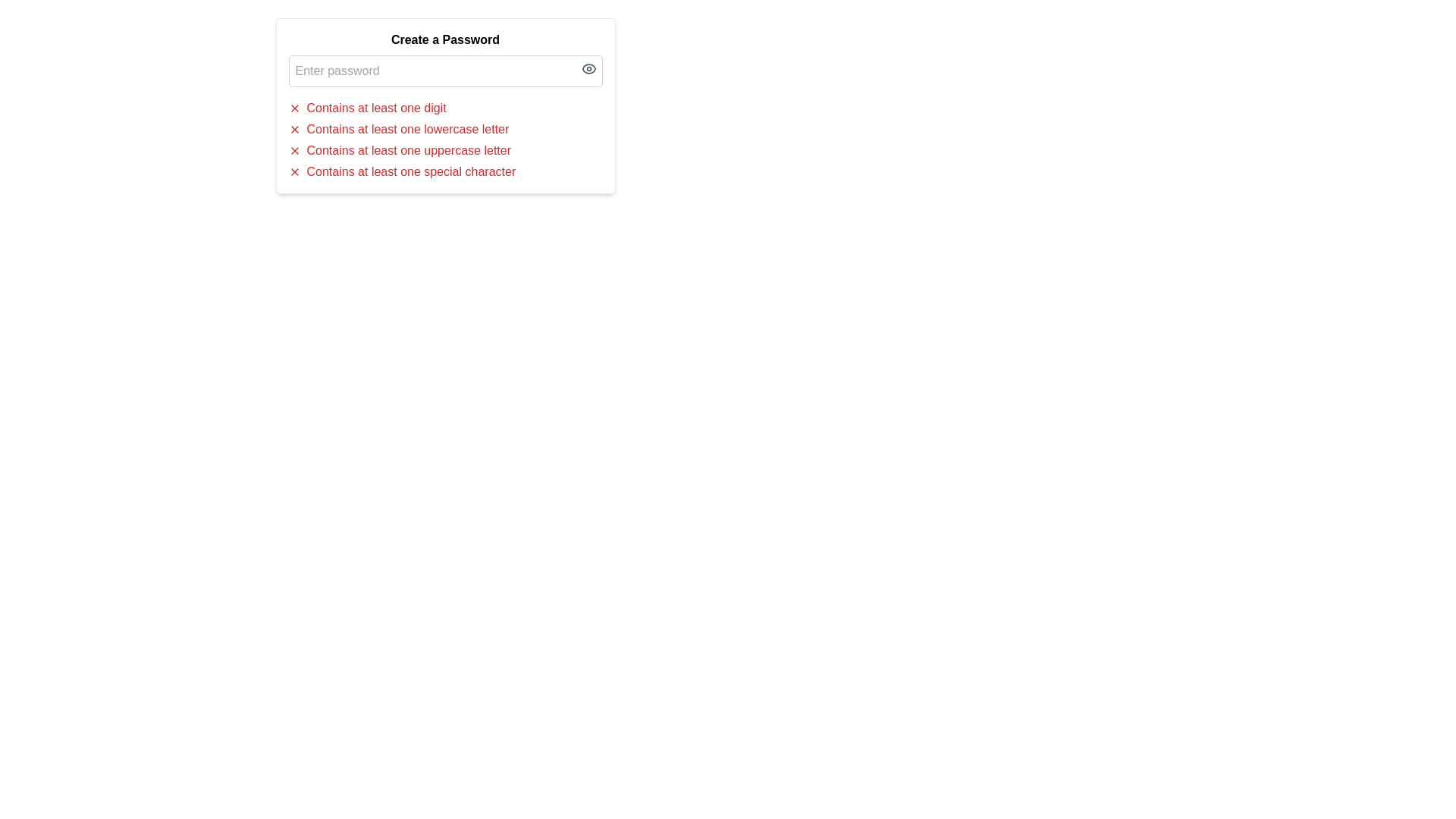  Describe the element at coordinates (407, 128) in the screenshot. I see `text that displays the requirement for a password to contain at least one lowercase letter, positioned below the password input field and above the next criterion in a vertically arranged list` at that location.